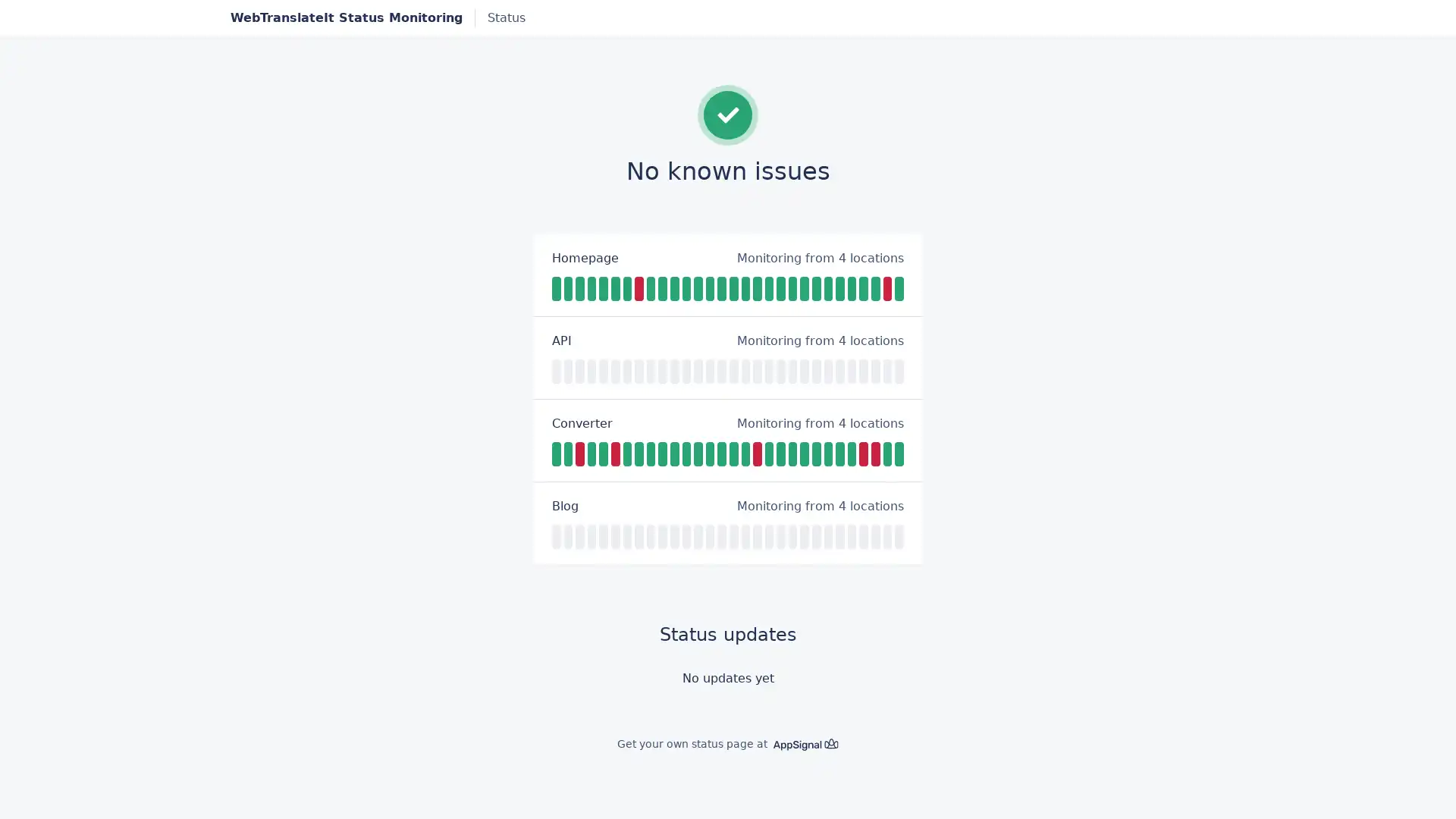 The image size is (1456, 819). Describe the element at coordinates (585, 256) in the screenshot. I see `Homepage` at that location.